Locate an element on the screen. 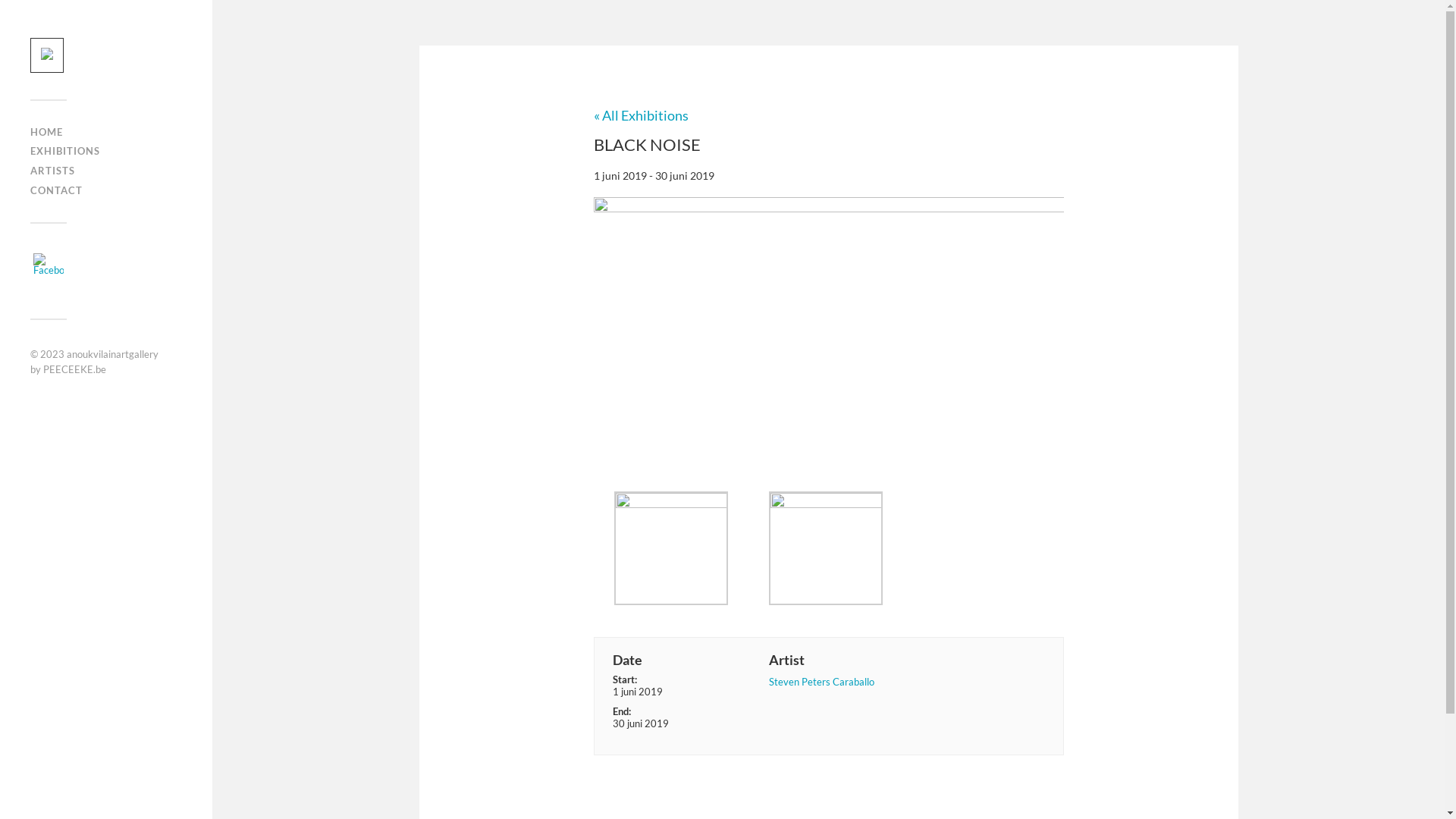 Image resolution: width=1456 pixels, height=819 pixels. 'ARTISTS' is located at coordinates (52, 170).